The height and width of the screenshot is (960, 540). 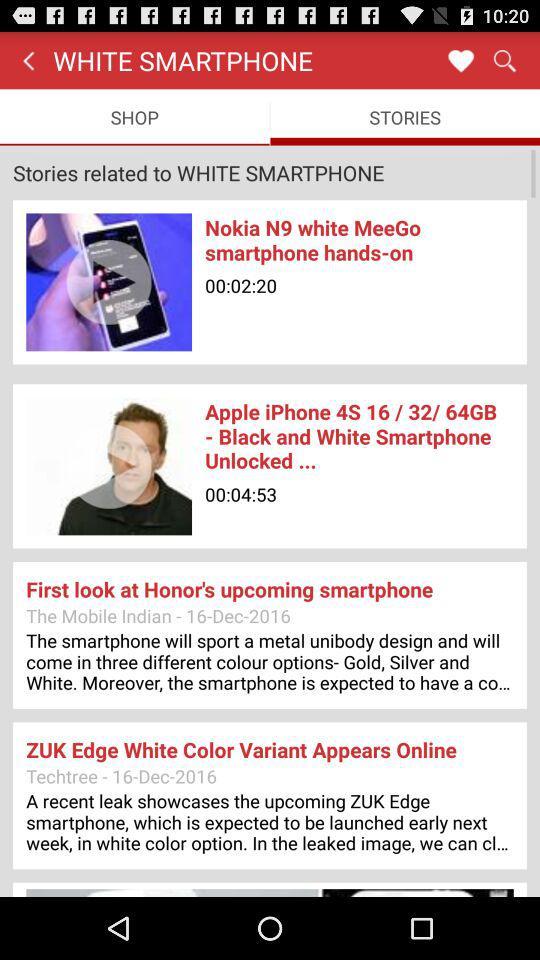 I want to click on item above the stories item, so click(x=503, y=59).